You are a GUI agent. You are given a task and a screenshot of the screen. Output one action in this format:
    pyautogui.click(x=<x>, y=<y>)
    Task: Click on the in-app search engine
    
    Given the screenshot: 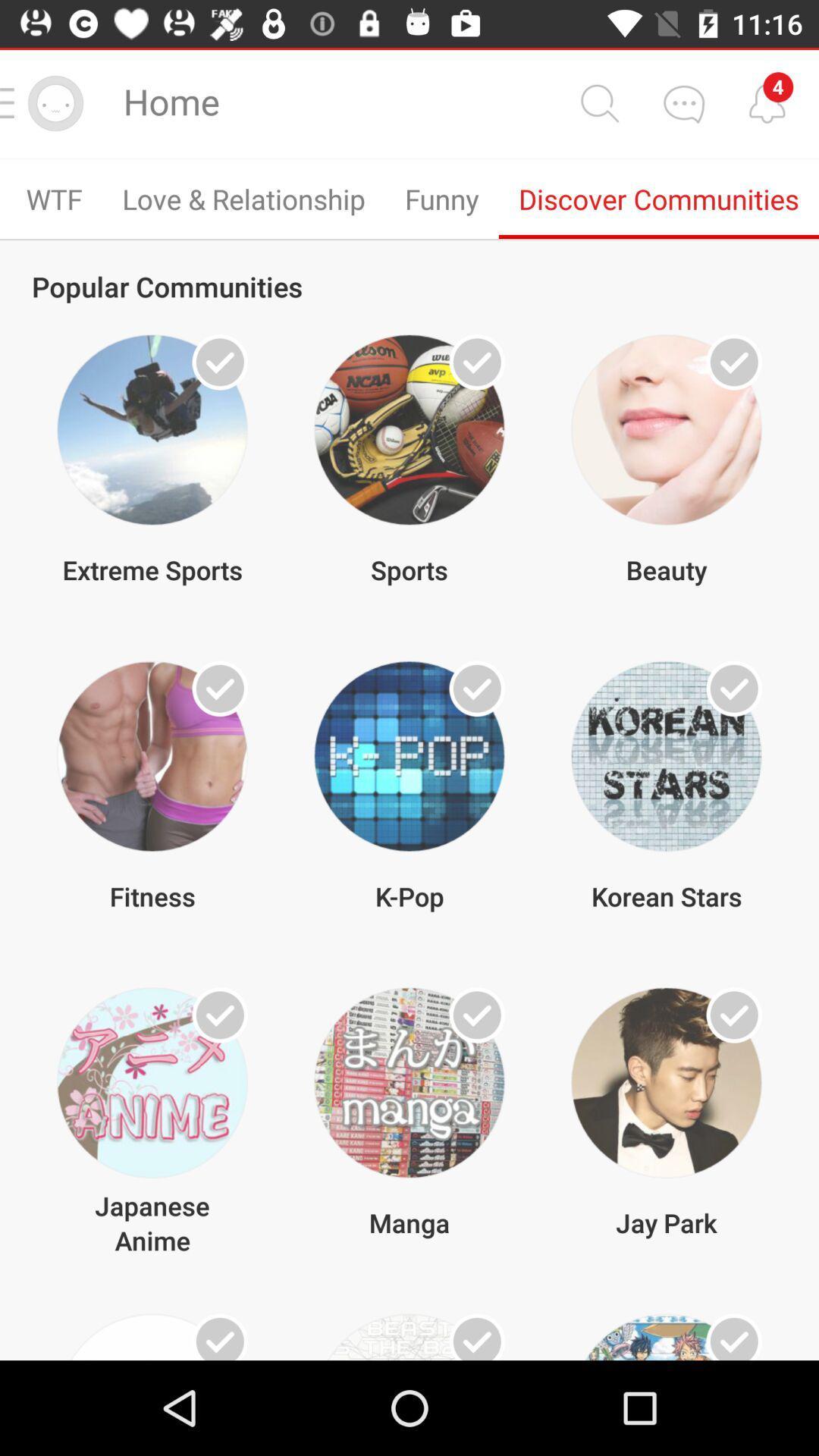 What is the action you would take?
    pyautogui.click(x=598, y=102)
    